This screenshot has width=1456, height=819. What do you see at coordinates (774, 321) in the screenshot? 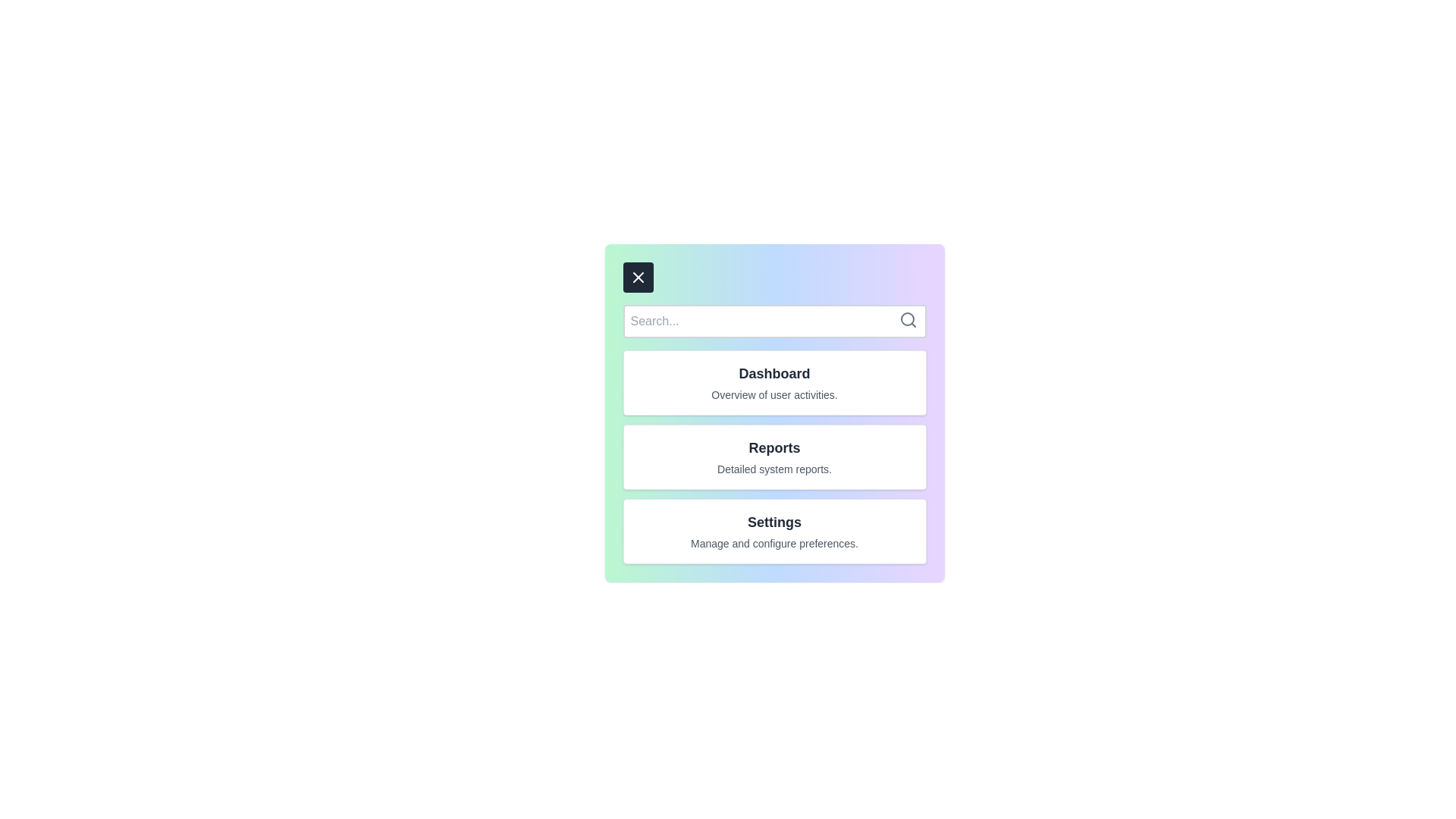
I see `the search field and type the text 'example'` at bounding box center [774, 321].